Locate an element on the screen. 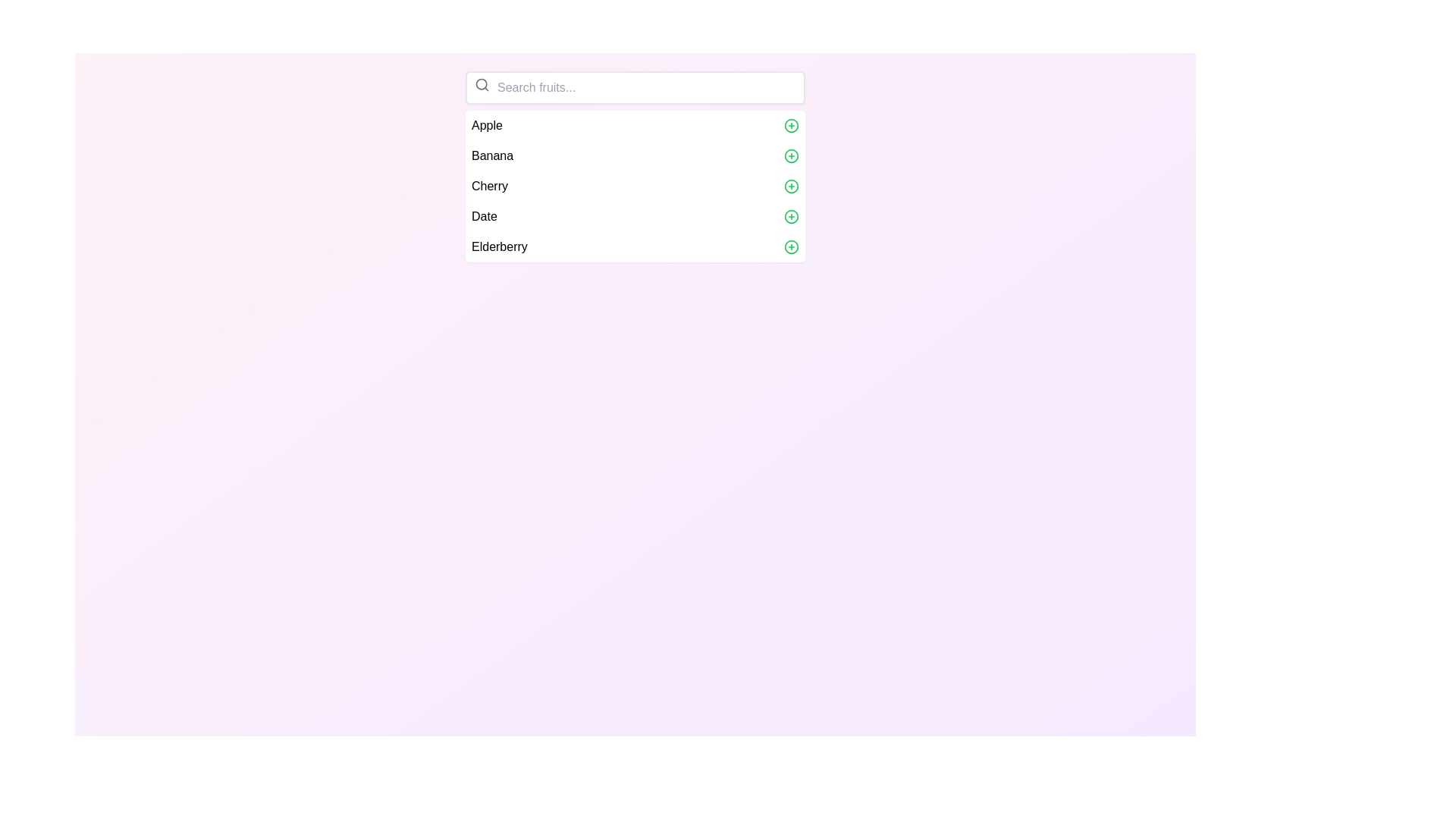 The height and width of the screenshot is (819, 1456). the list item labeled 'Cherry' is located at coordinates (635, 186).